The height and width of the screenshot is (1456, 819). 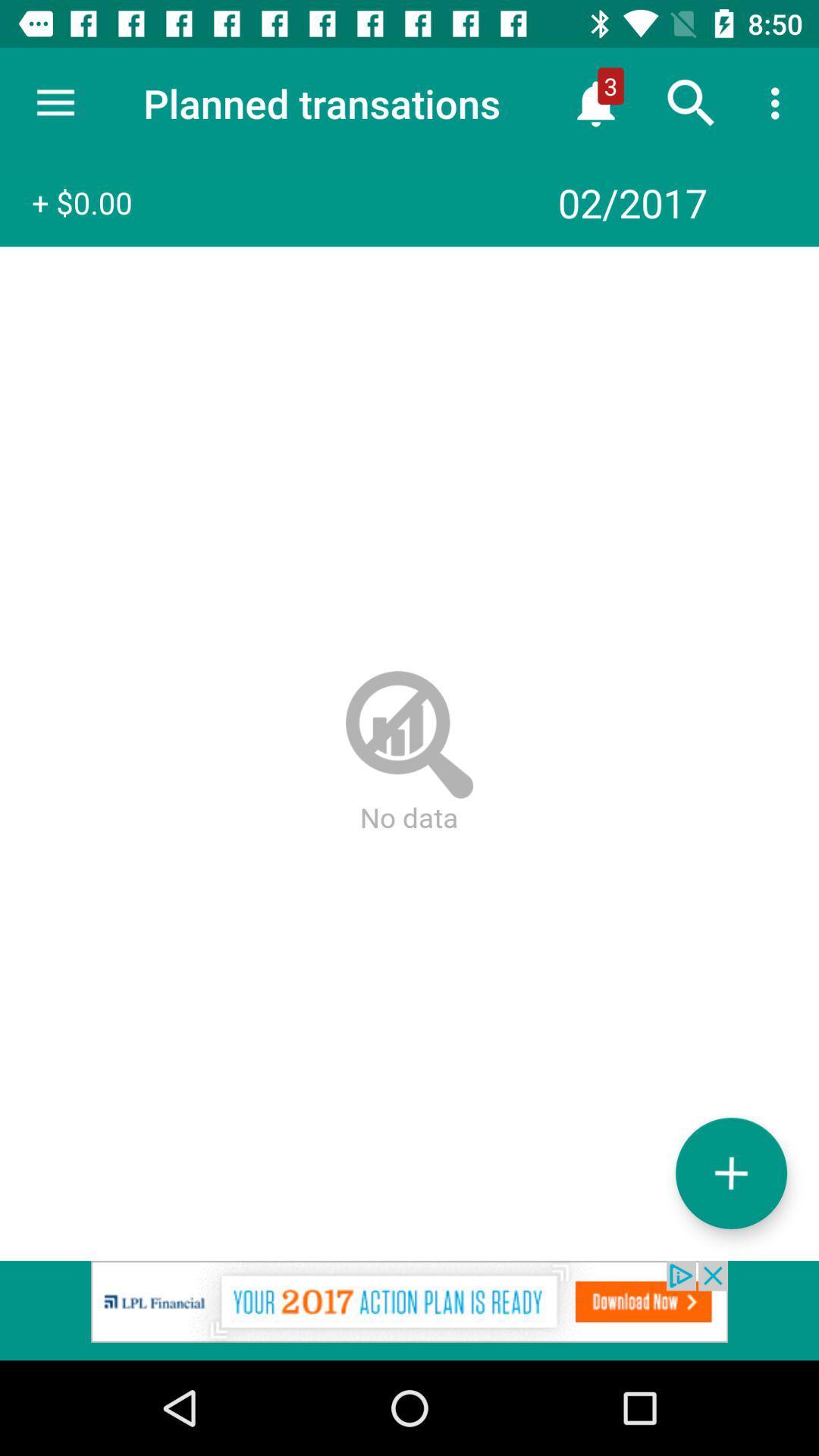 What do you see at coordinates (409, 1310) in the screenshot?
I see `advertisement image` at bounding box center [409, 1310].